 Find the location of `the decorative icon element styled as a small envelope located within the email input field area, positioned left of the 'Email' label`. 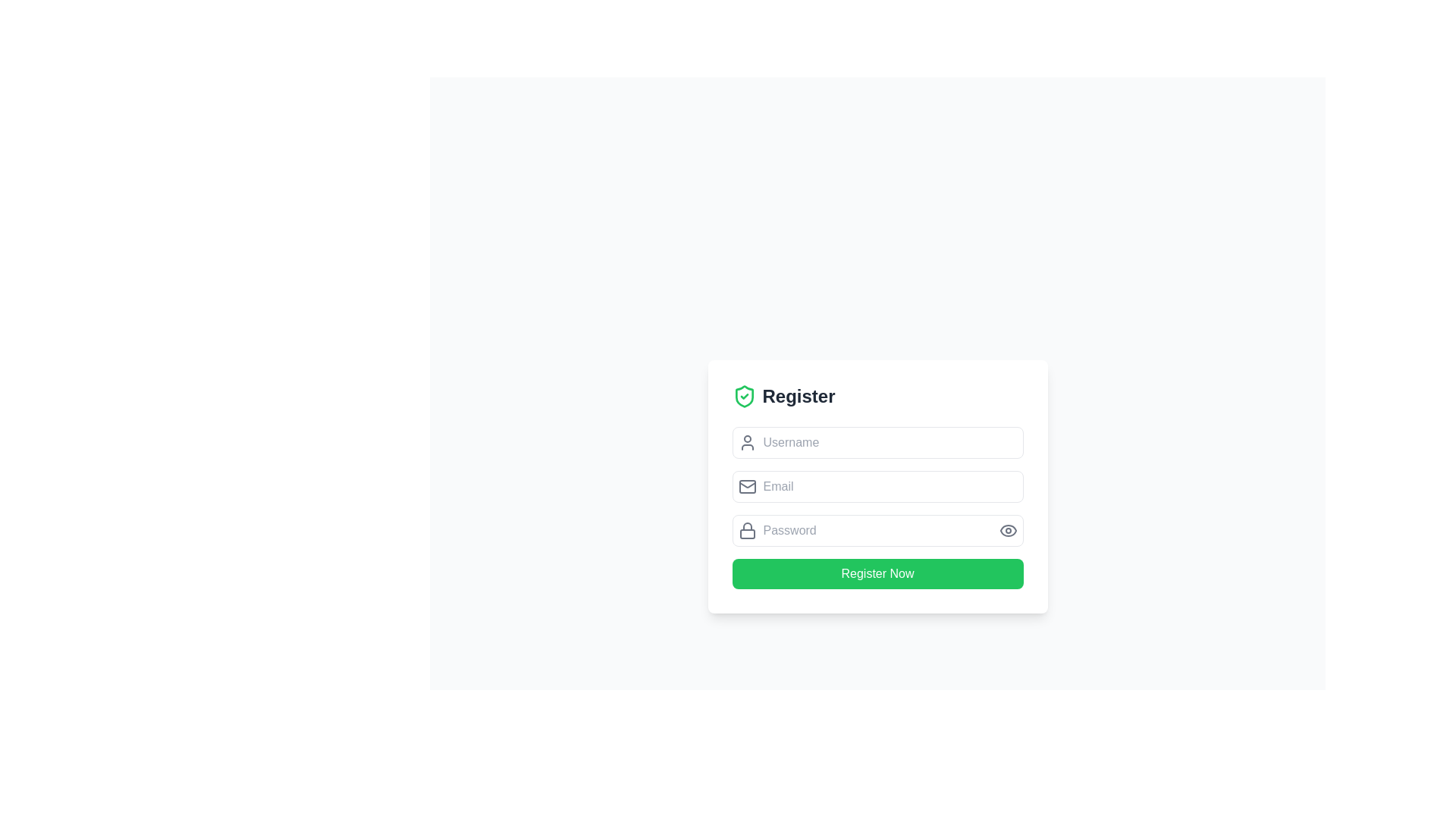

the decorative icon element styled as a small envelope located within the email input field area, positioned left of the 'Email' label is located at coordinates (747, 486).